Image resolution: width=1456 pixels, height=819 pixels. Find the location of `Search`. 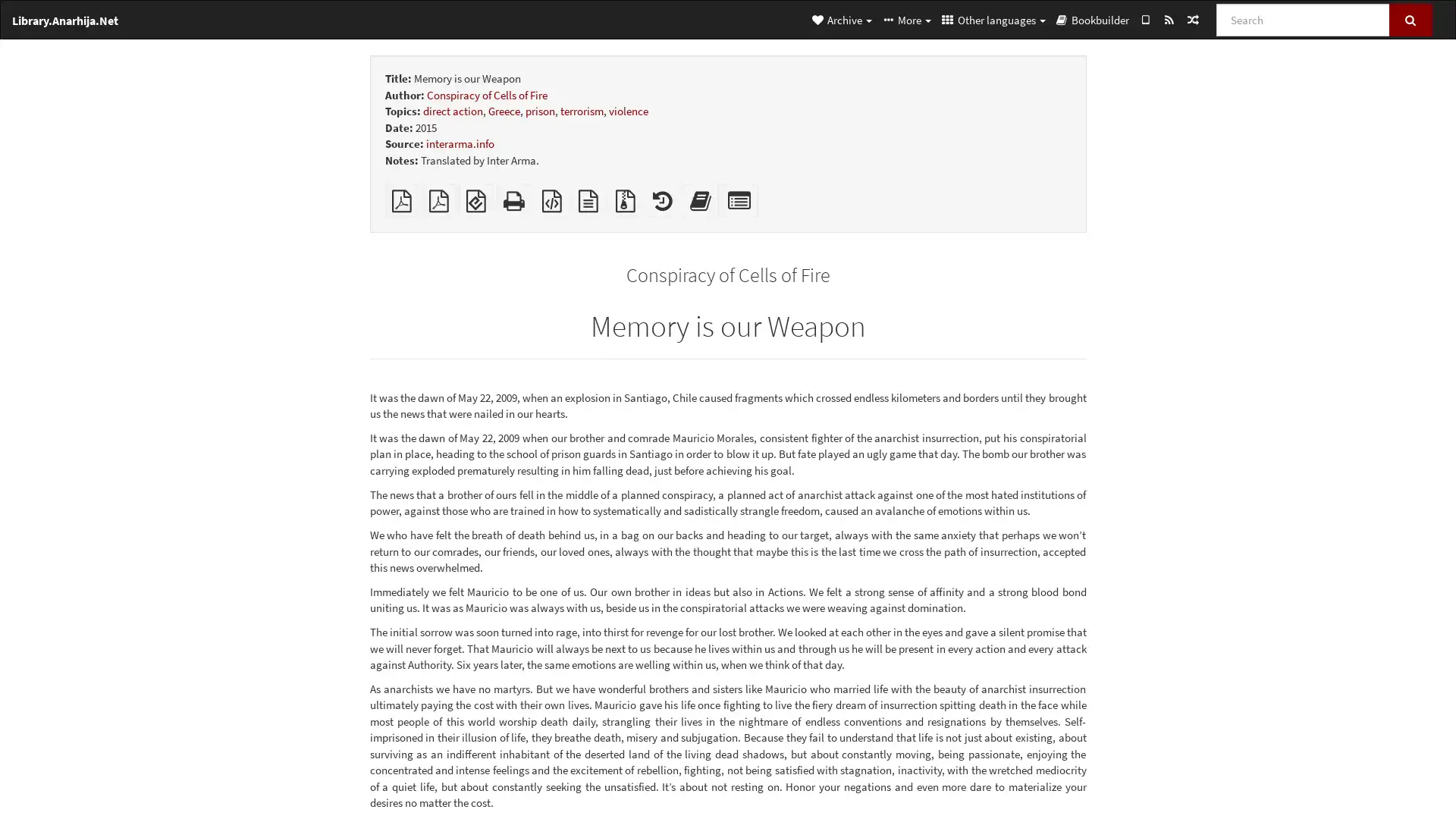

Search is located at coordinates (1410, 19).